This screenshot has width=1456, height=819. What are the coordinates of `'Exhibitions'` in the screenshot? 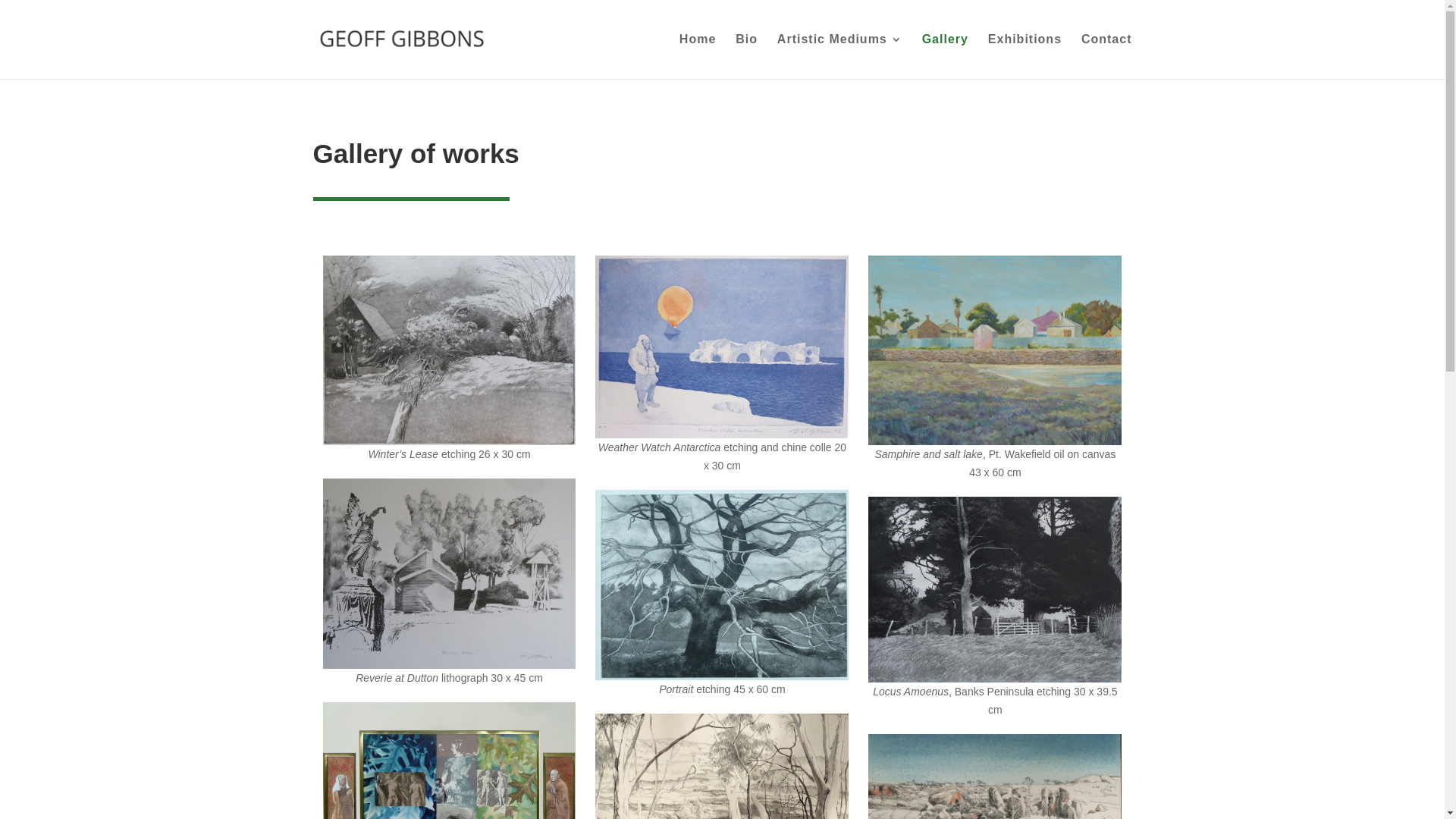 It's located at (1025, 55).